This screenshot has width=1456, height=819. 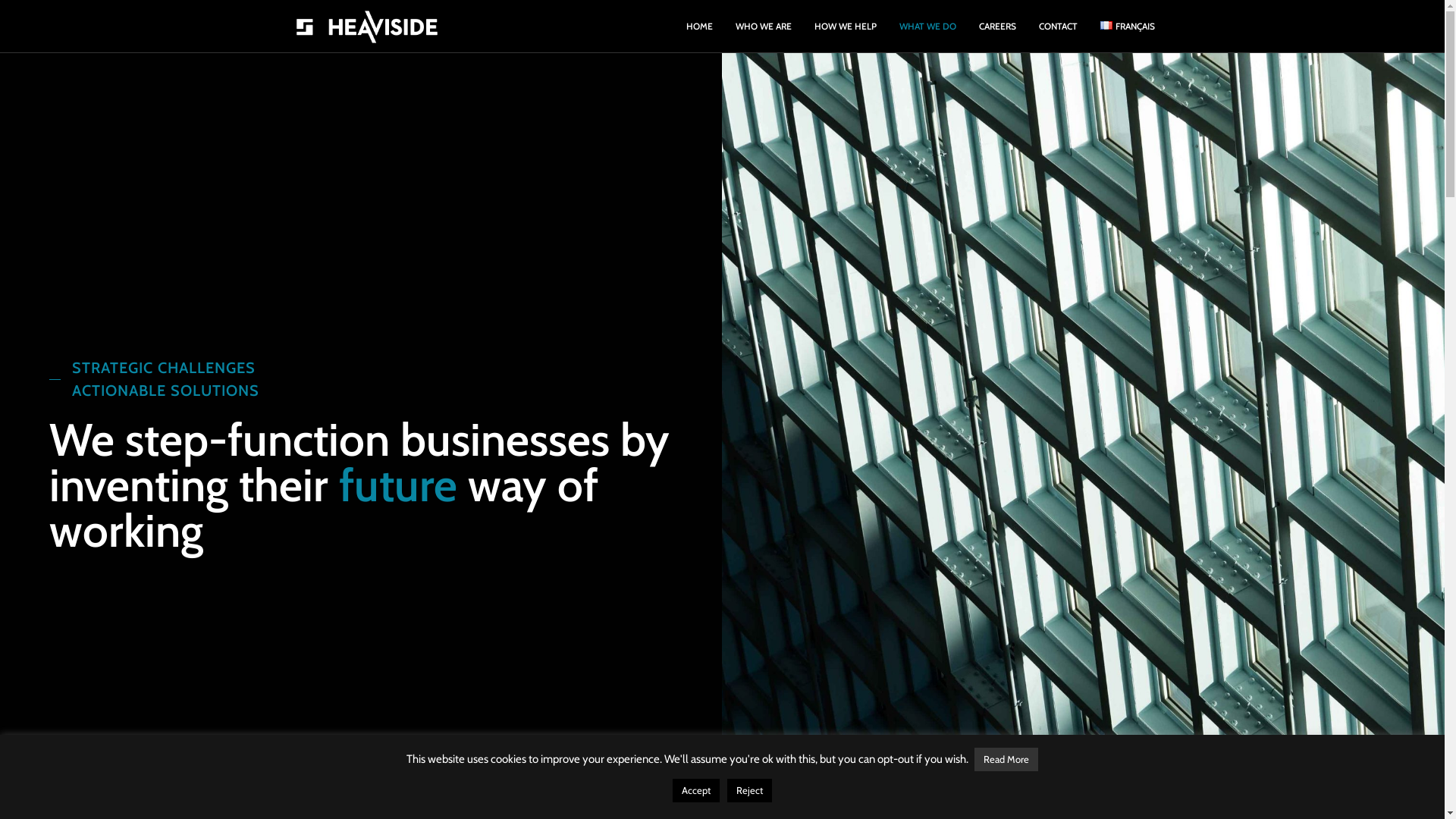 I want to click on 'WHAT WE DO', so click(x=927, y=26).